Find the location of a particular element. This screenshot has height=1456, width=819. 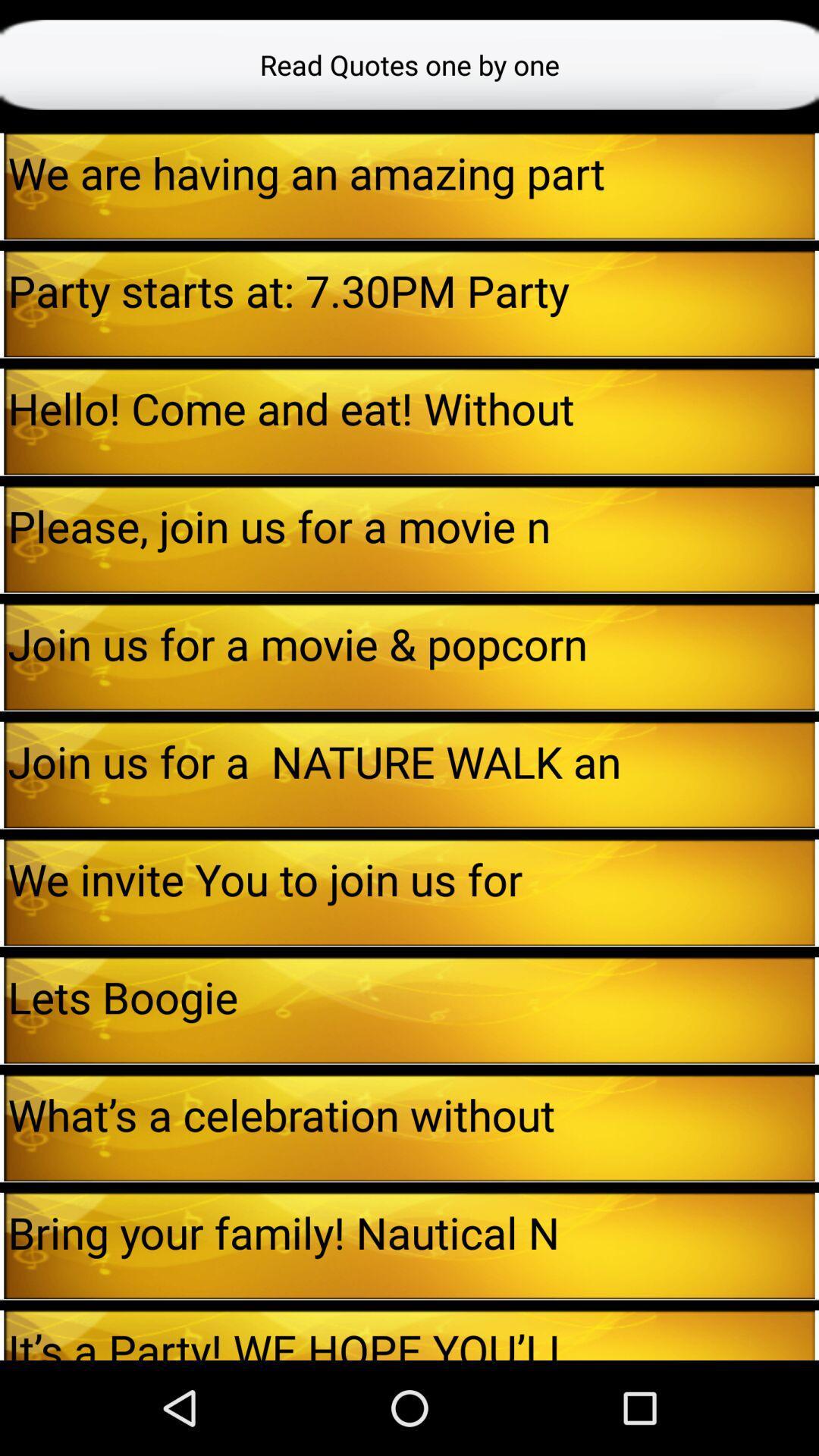

item to the left of party starts at icon is located at coordinates (2, 303).